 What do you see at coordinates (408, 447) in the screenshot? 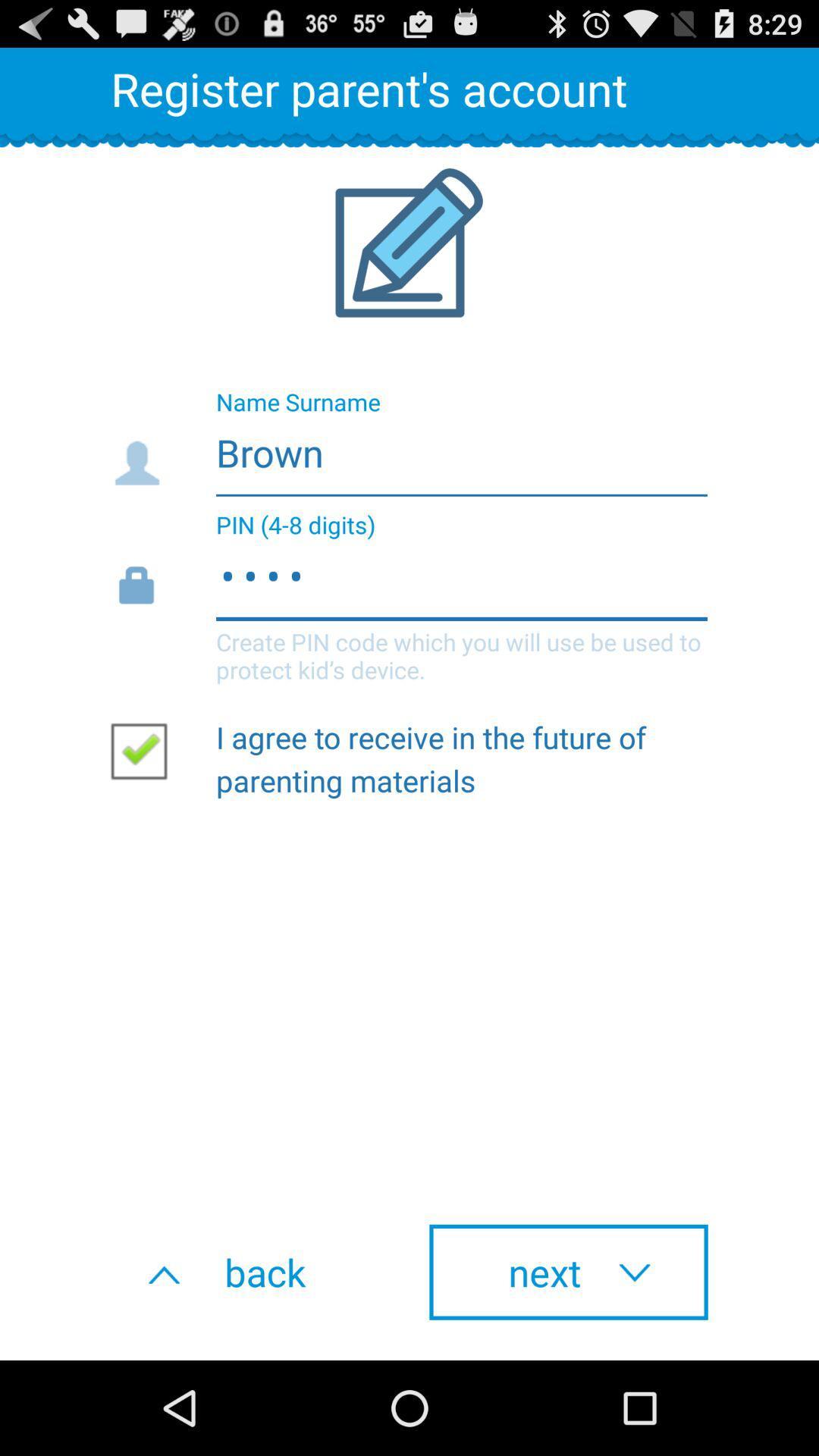
I see `brown icon` at bounding box center [408, 447].